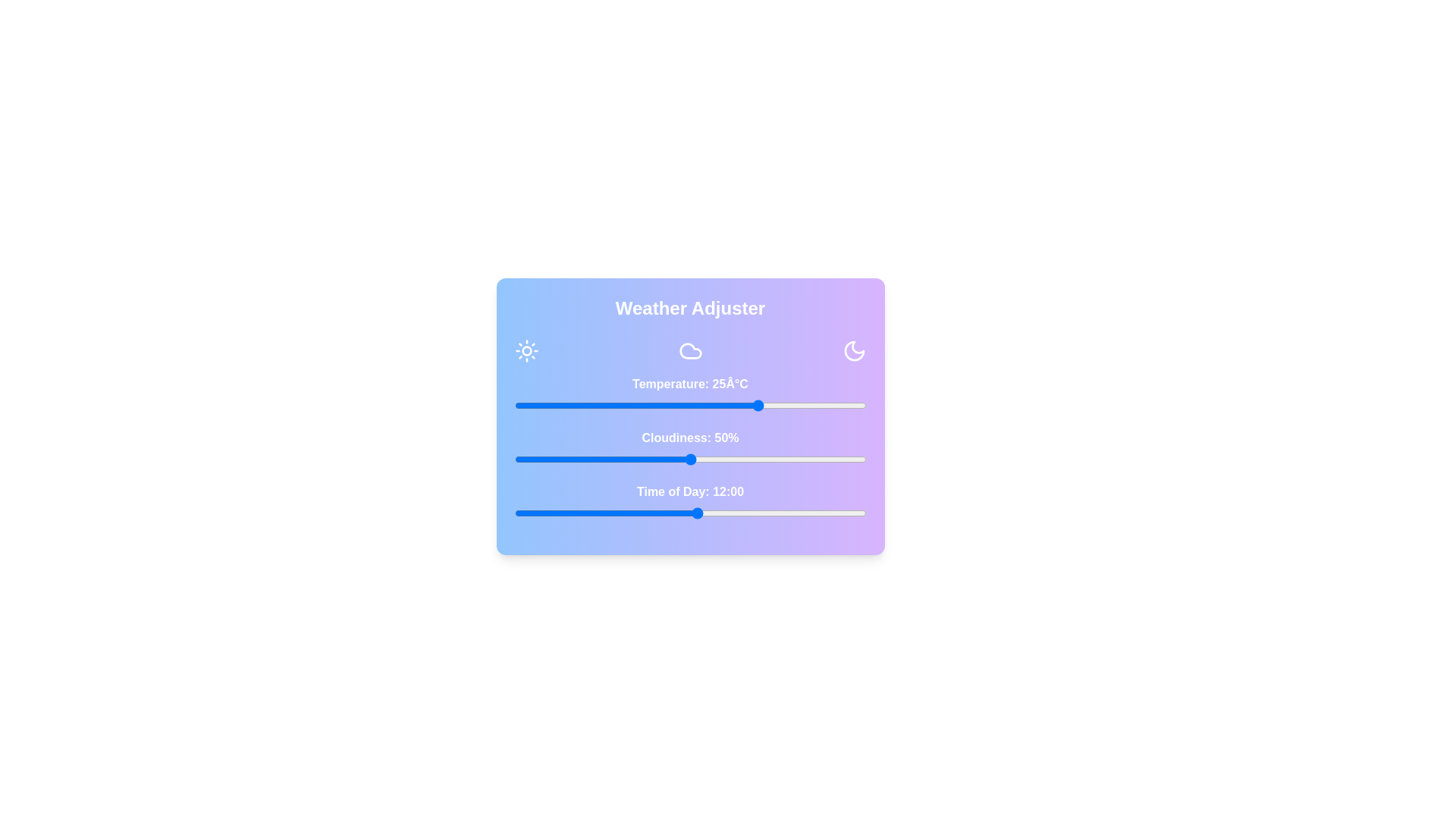 The height and width of the screenshot is (819, 1456). Describe the element at coordinates (689, 513) in the screenshot. I see `the horizontal range slider control with a blue track positioned below the label 'Time of Day: 12:00'` at that location.